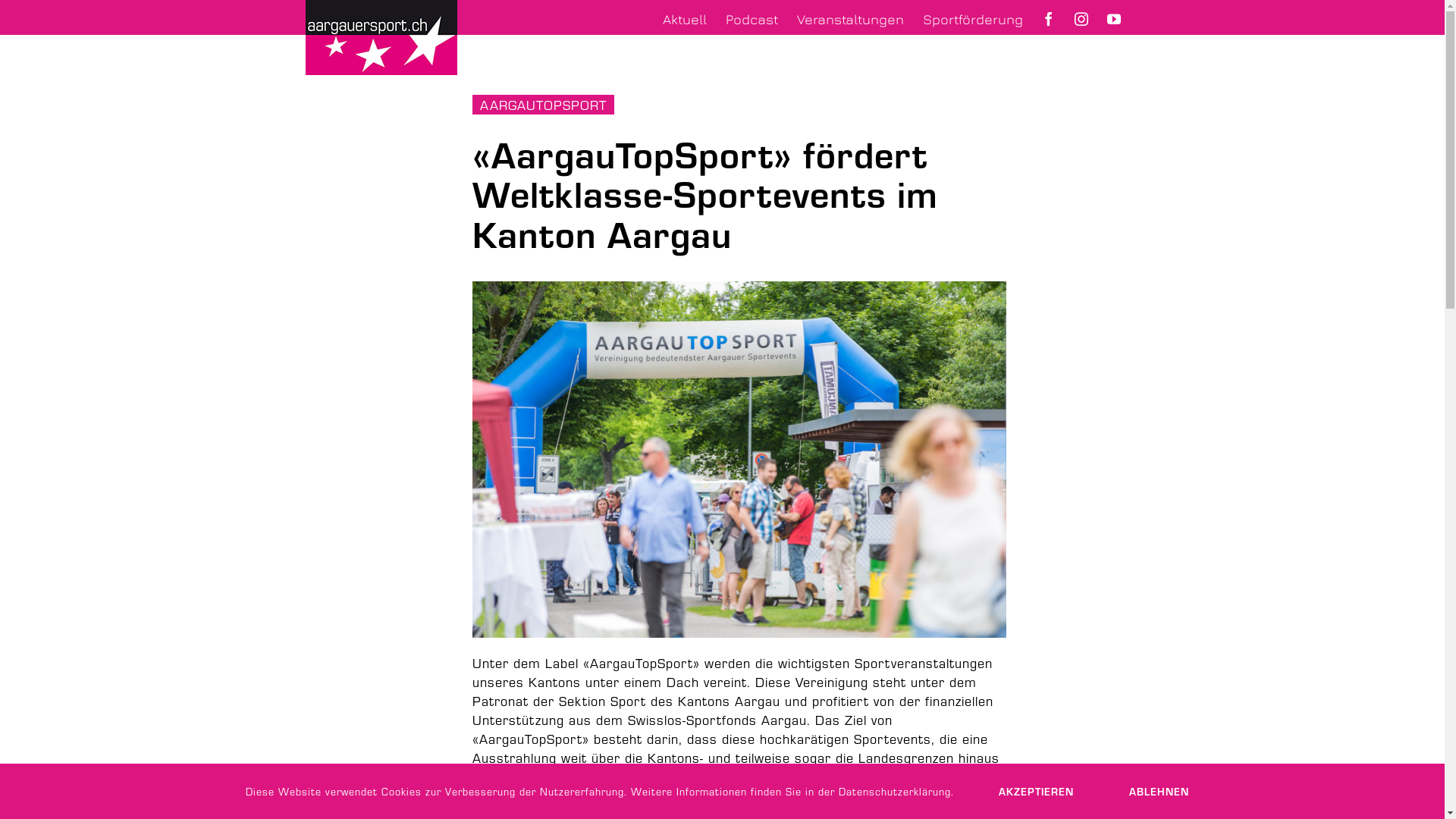 This screenshot has width=1456, height=819. Describe the element at coordinates (683, 20) in the screenshot. I see `'Aktuell'` at that location.